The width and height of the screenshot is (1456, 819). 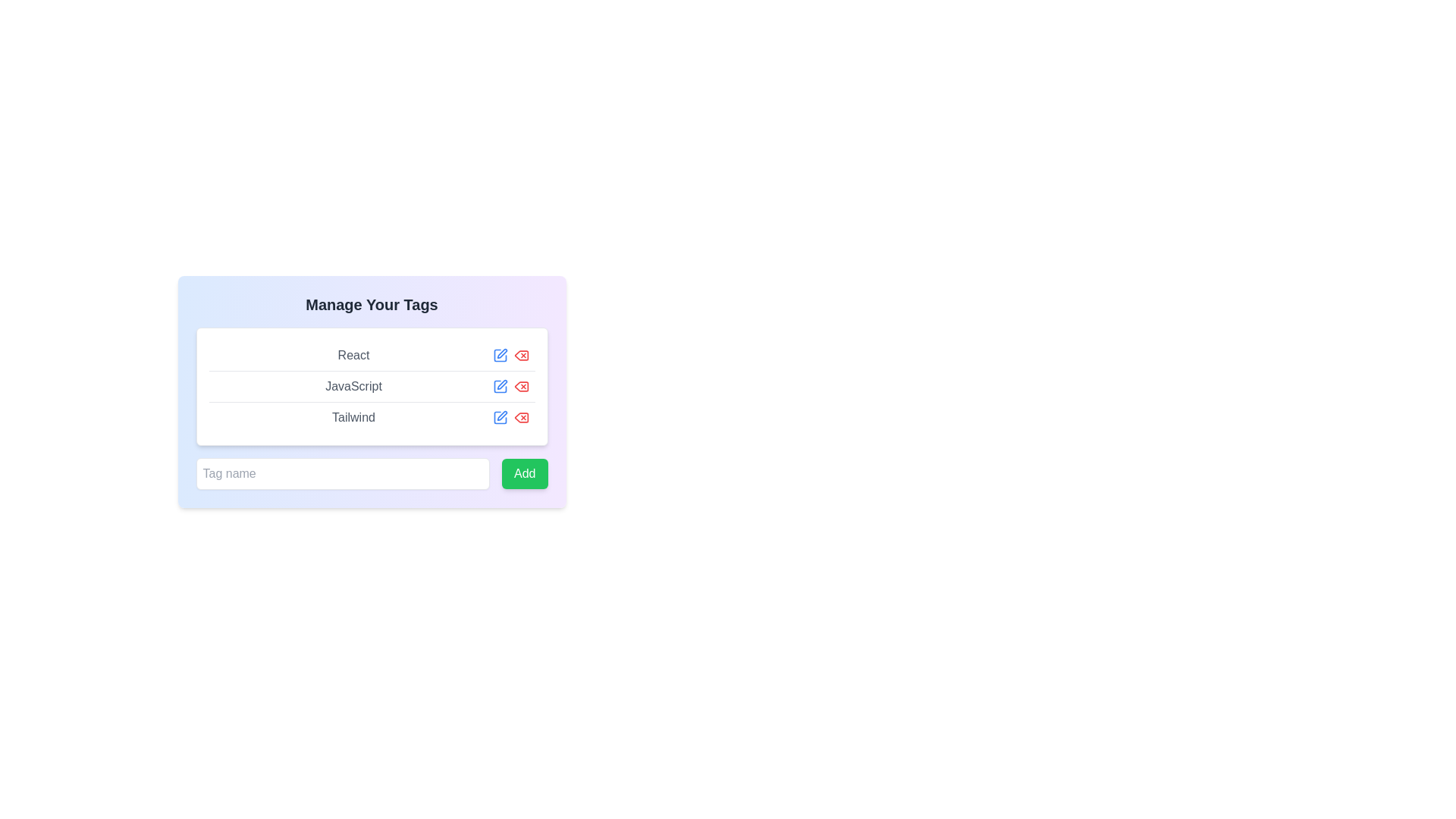 I want to click on the small blue pencil icon located adjacent to the 'JavaScript' label in the 'Manage Your Tags' section to initiate editing the 'JavaScript' tag, so click(x=500, y=385).